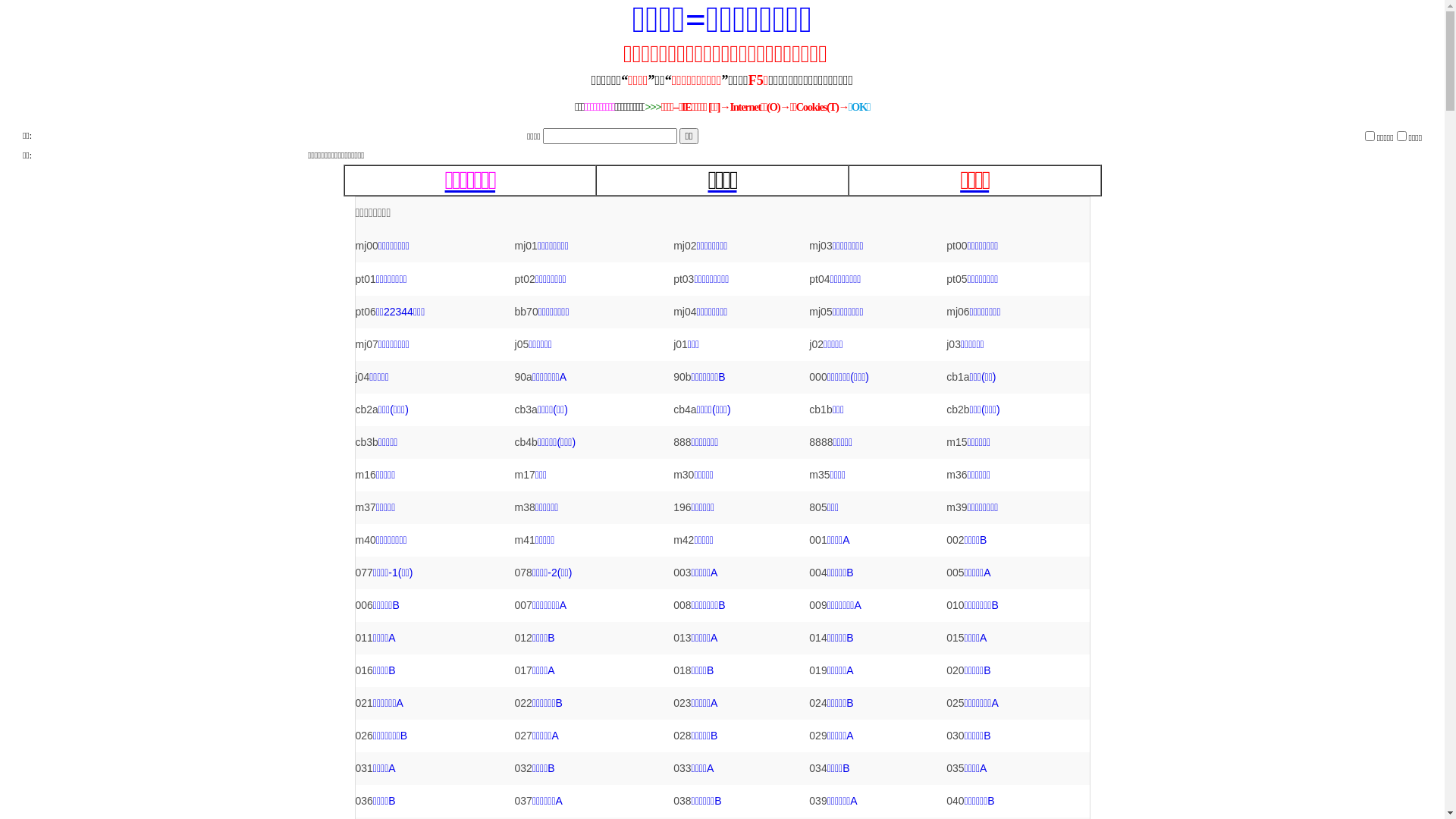  What do you see at coordinates (673, 245) in the screenshot?
I see `'mj02'` at bounding box center [673, 245].